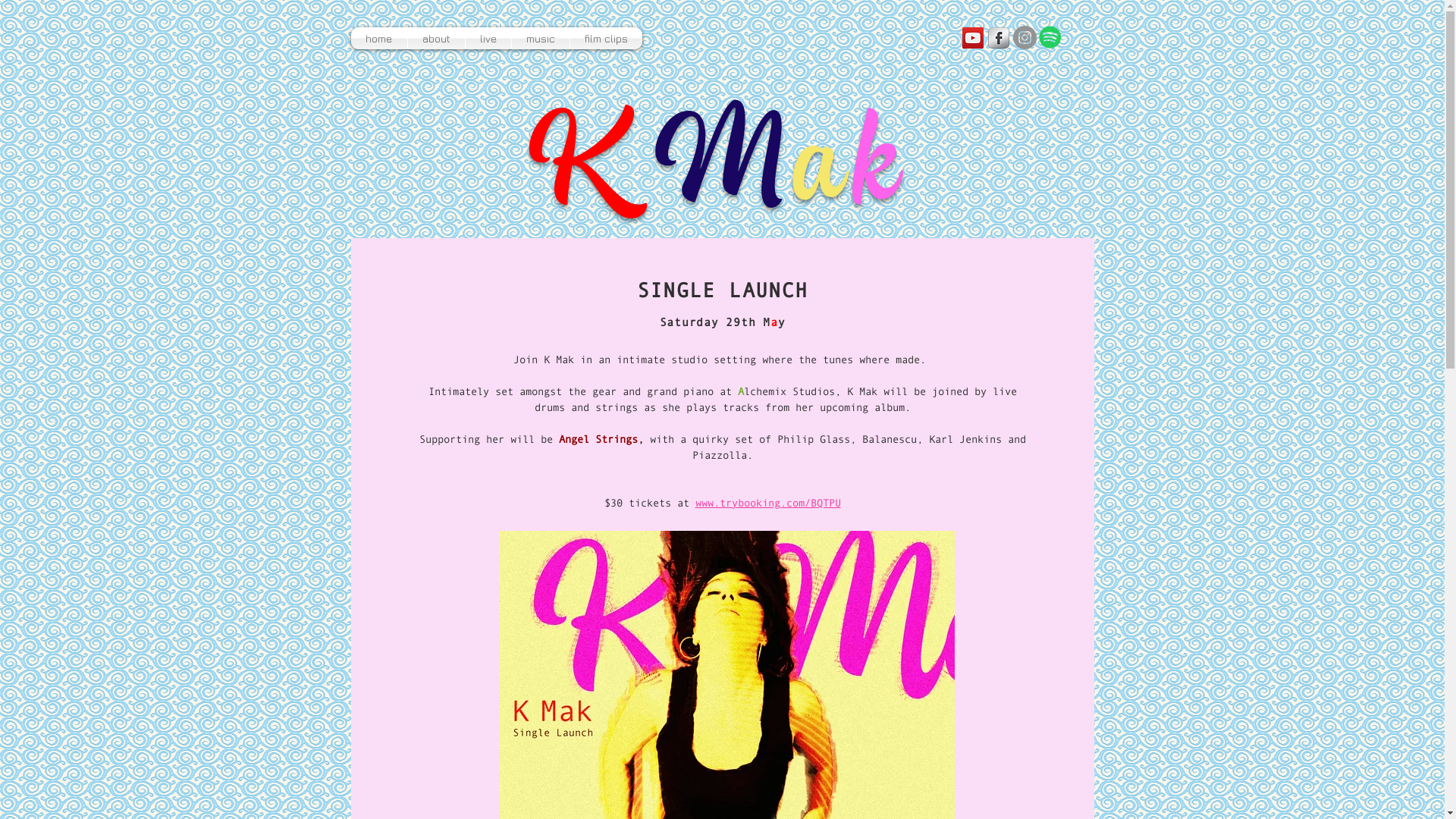  What do you see at coordinates (605, 37) in the screenshot?
I see `'film clips'` at bounding box center [605, 37].